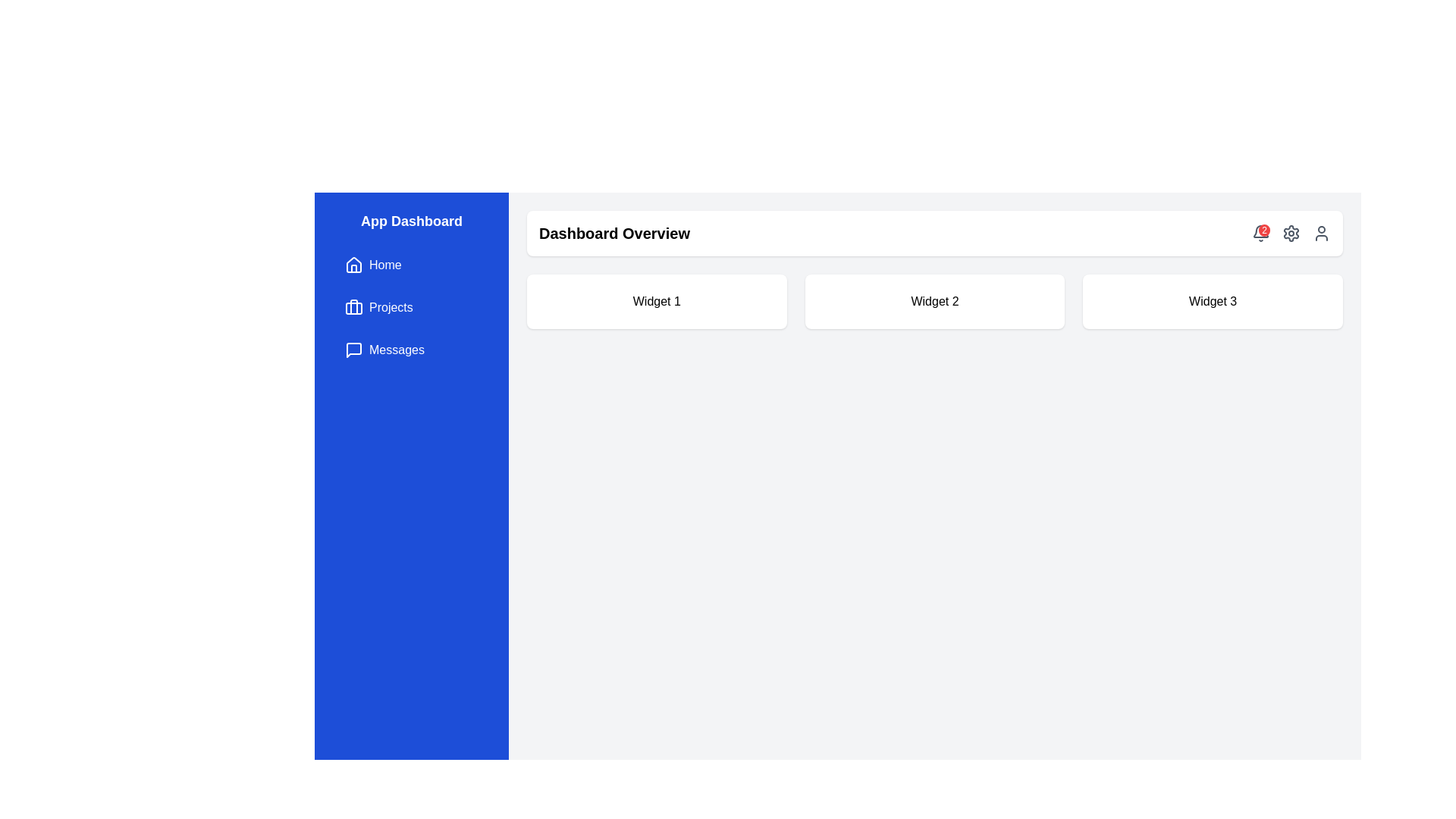  I want to click on properties of the decorative SVG shape that serves as the background feature of the briefcase icon in the 'Projects' section of the vertical menu bar, so click(353, 308).